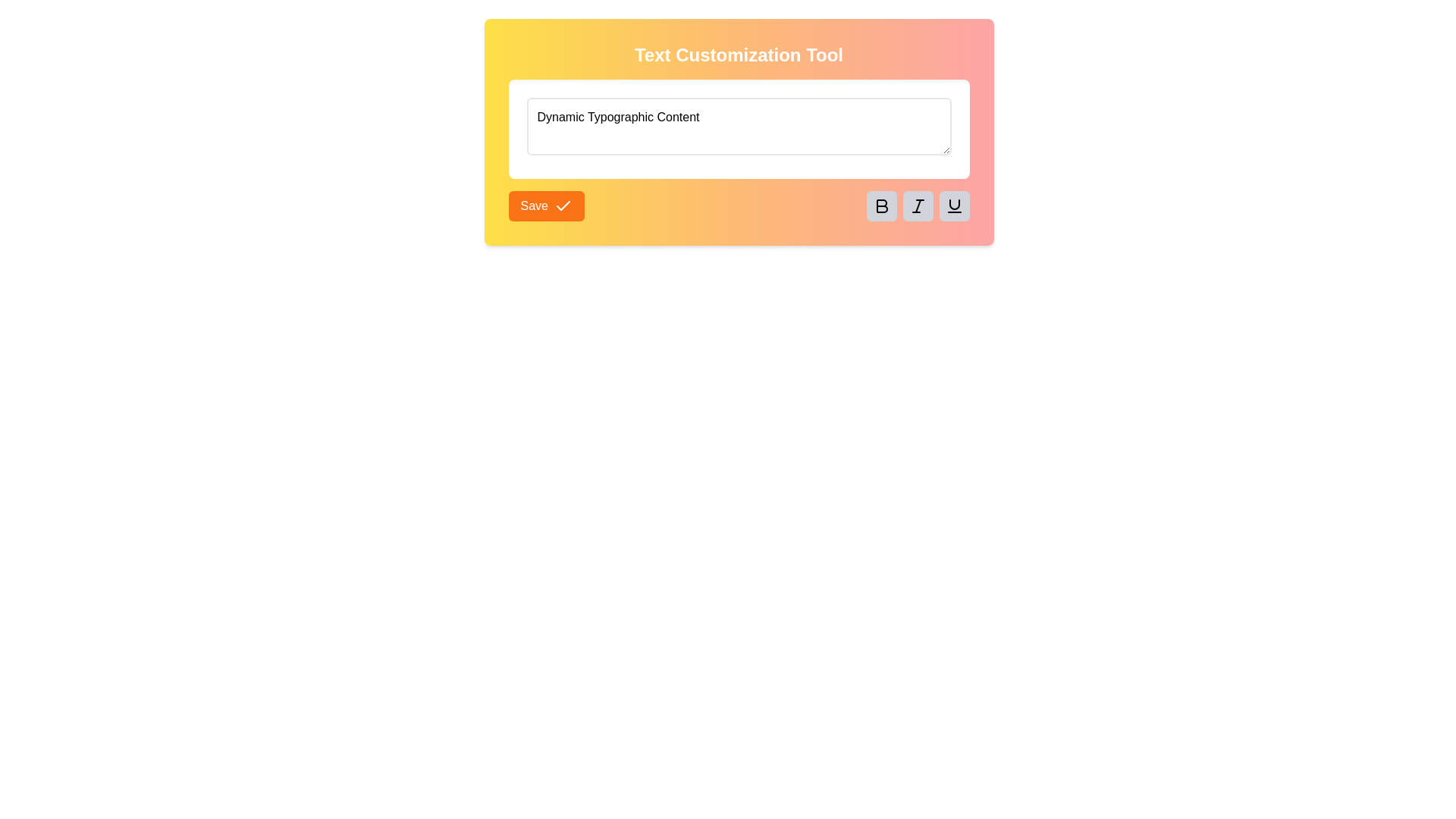 The width and height of the screenshot is (1456, 819). I want to click on the save button located in the bottom-left corner of the Text Customization Tool interface, so click(546, 206).